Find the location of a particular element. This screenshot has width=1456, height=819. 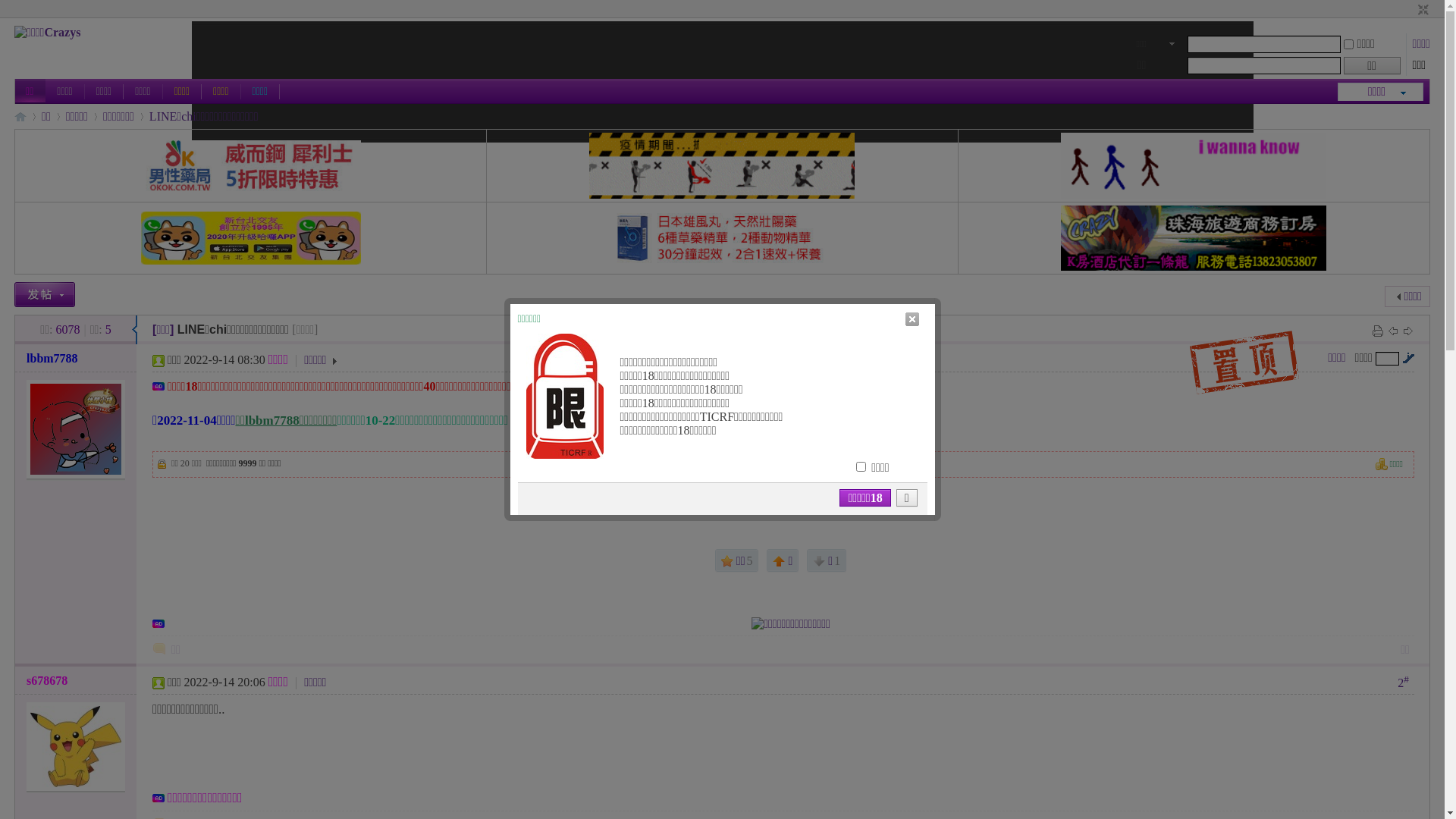

's678678' is located at coordinates (47, 679).